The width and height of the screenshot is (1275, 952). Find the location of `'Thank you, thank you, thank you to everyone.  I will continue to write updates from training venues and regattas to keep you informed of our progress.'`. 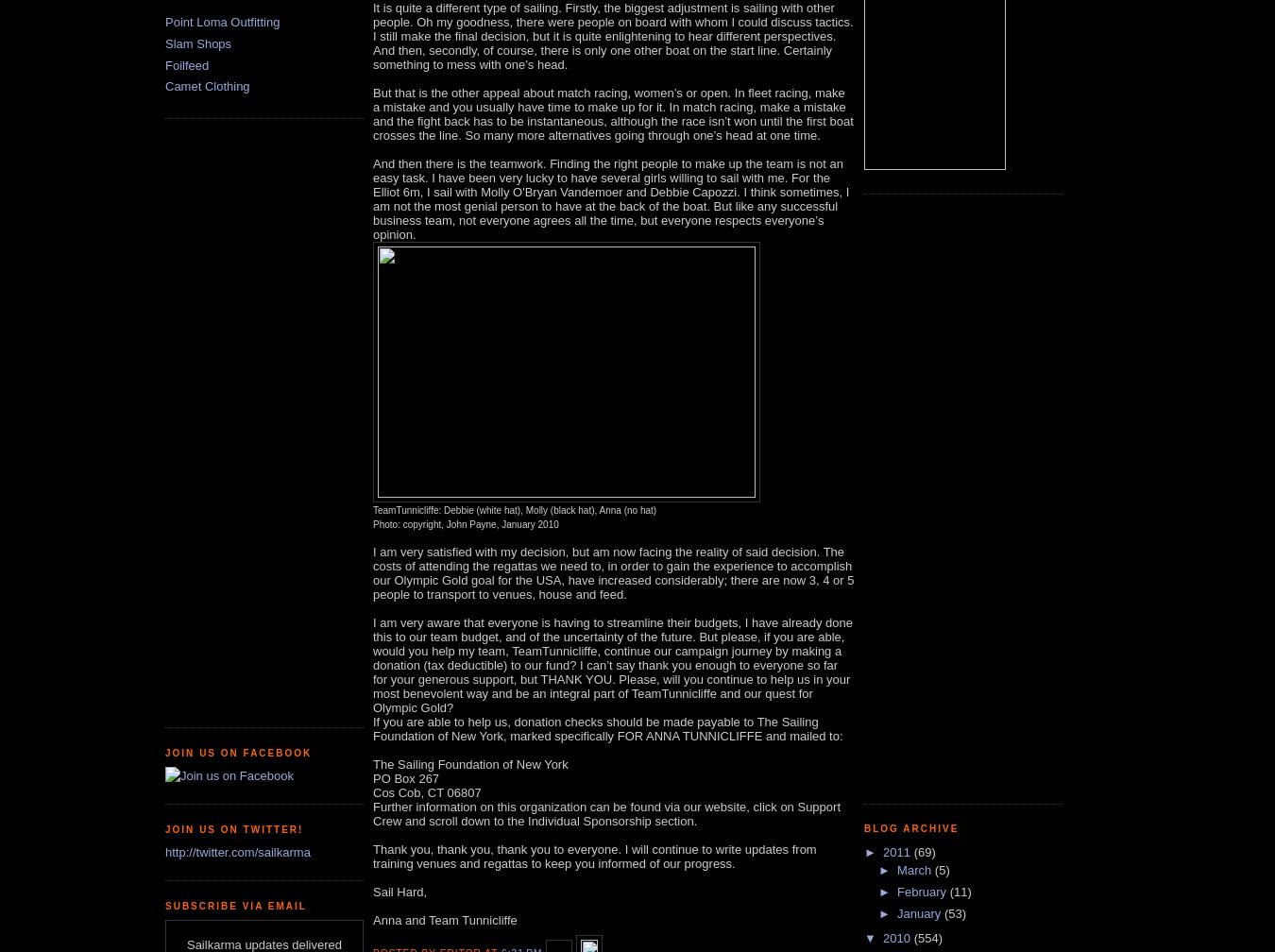

'Thank you, thank you, thank you to everyone.  I will continue to write updates from training venues and regattas to keep you informed of our progress.' is located at coordinates (594, 855).